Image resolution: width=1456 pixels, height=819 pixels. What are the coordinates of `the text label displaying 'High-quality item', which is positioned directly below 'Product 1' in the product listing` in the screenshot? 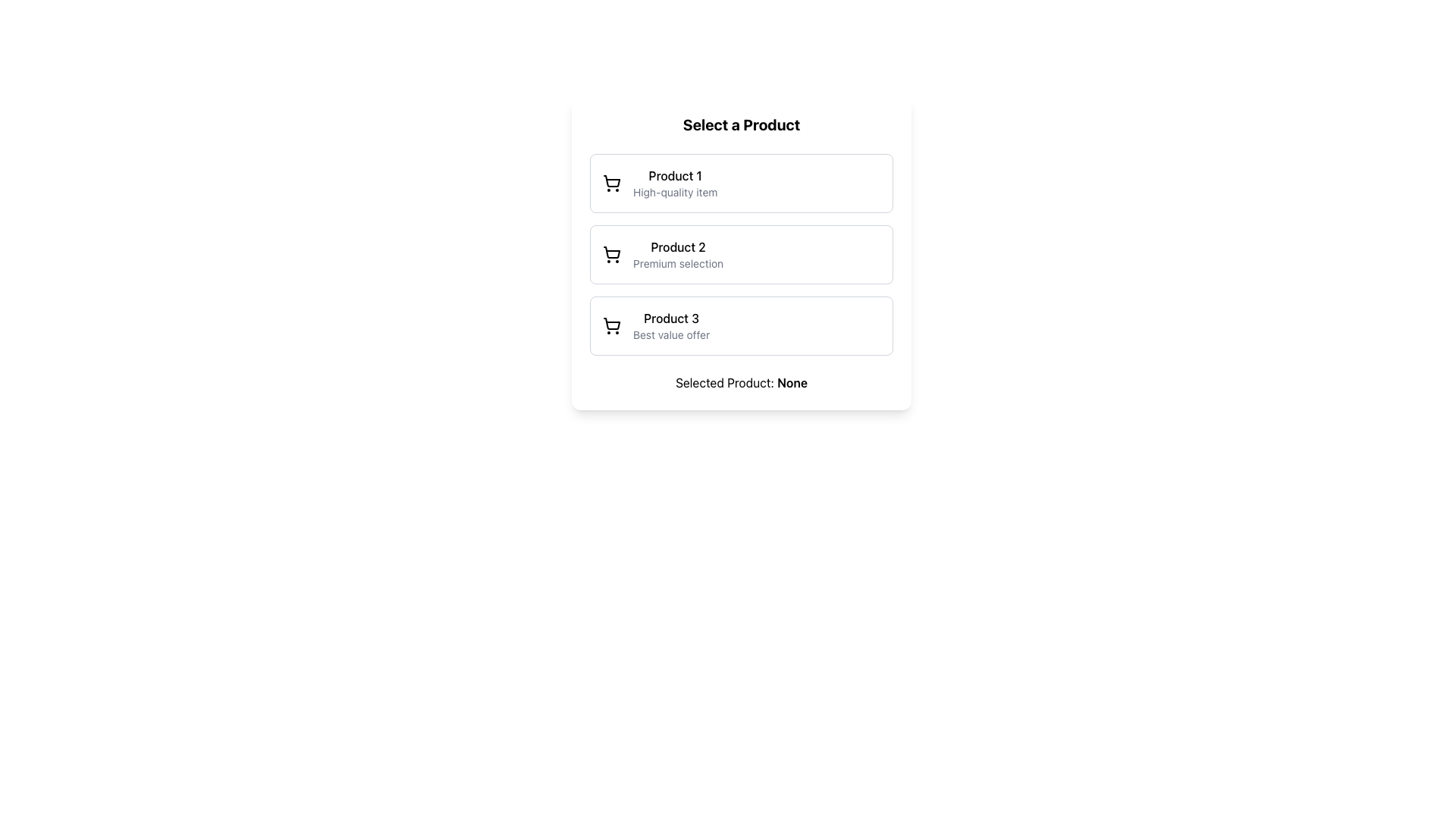 It's located at (674, 192).